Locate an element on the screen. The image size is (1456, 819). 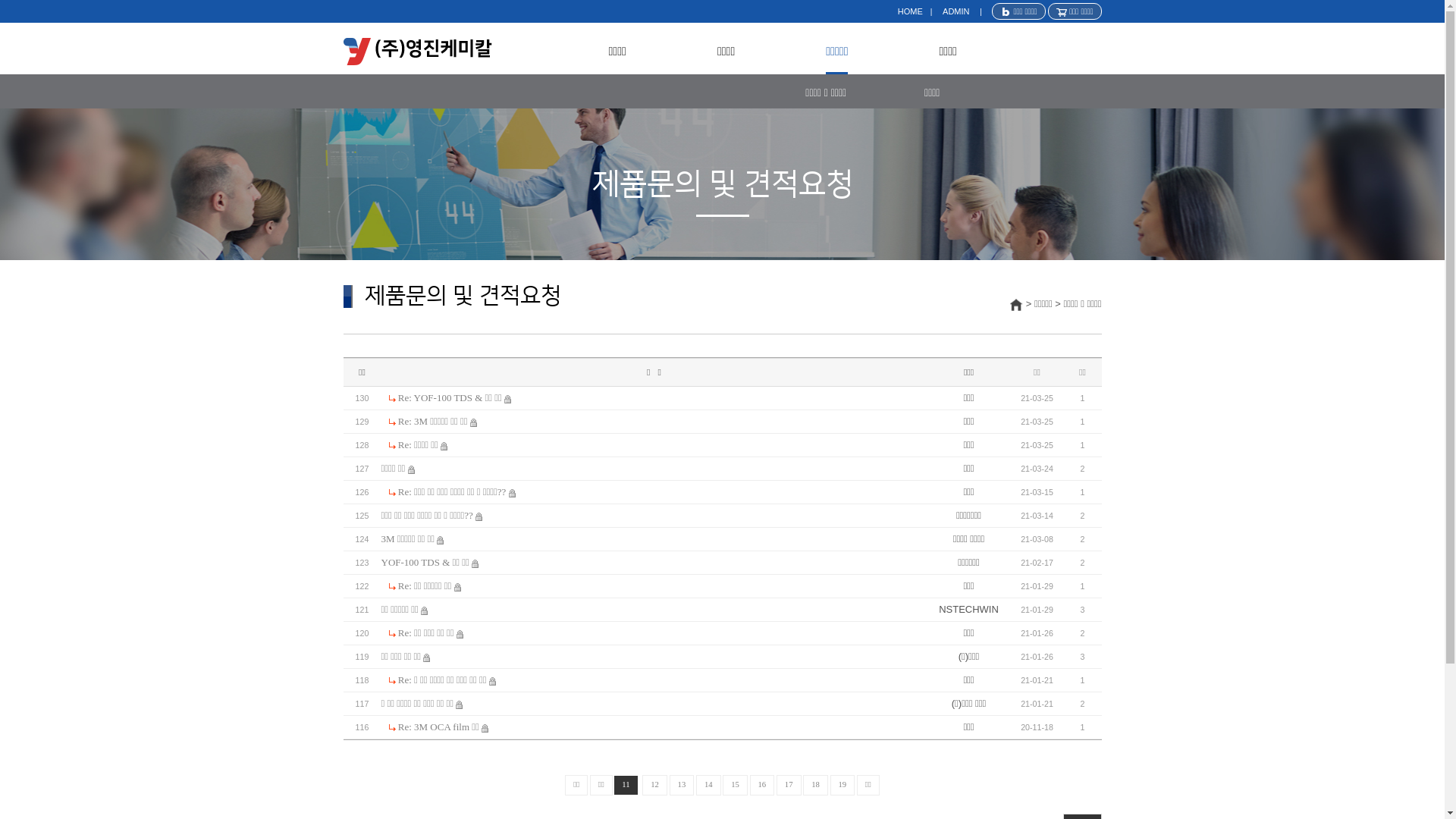
'HOME' is located at coordinates (910, 11).